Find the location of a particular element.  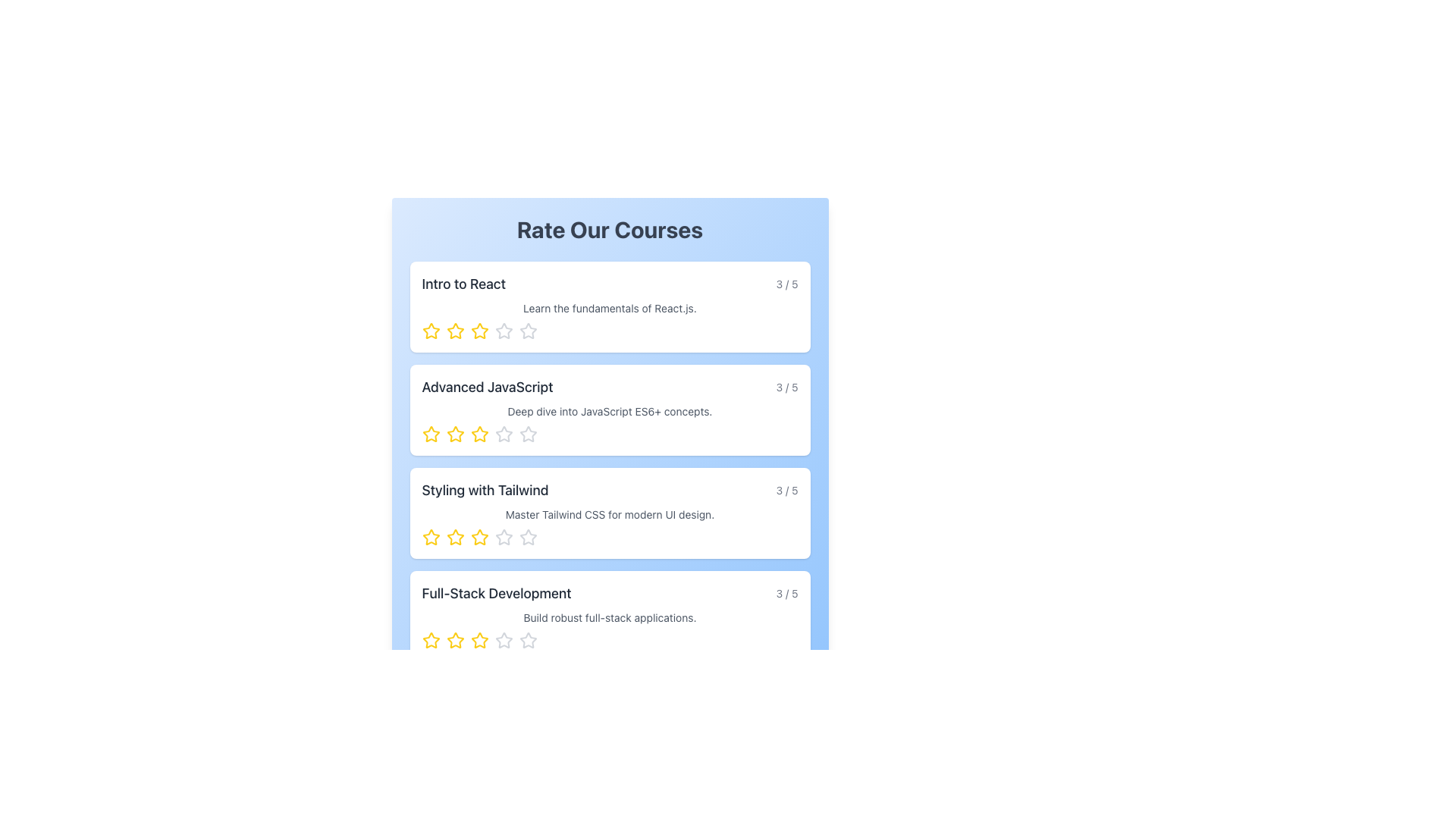

the first yellow star-shaped rating icon in the rating section for the 'Intro to React' course is located at coordinates (454, 330).